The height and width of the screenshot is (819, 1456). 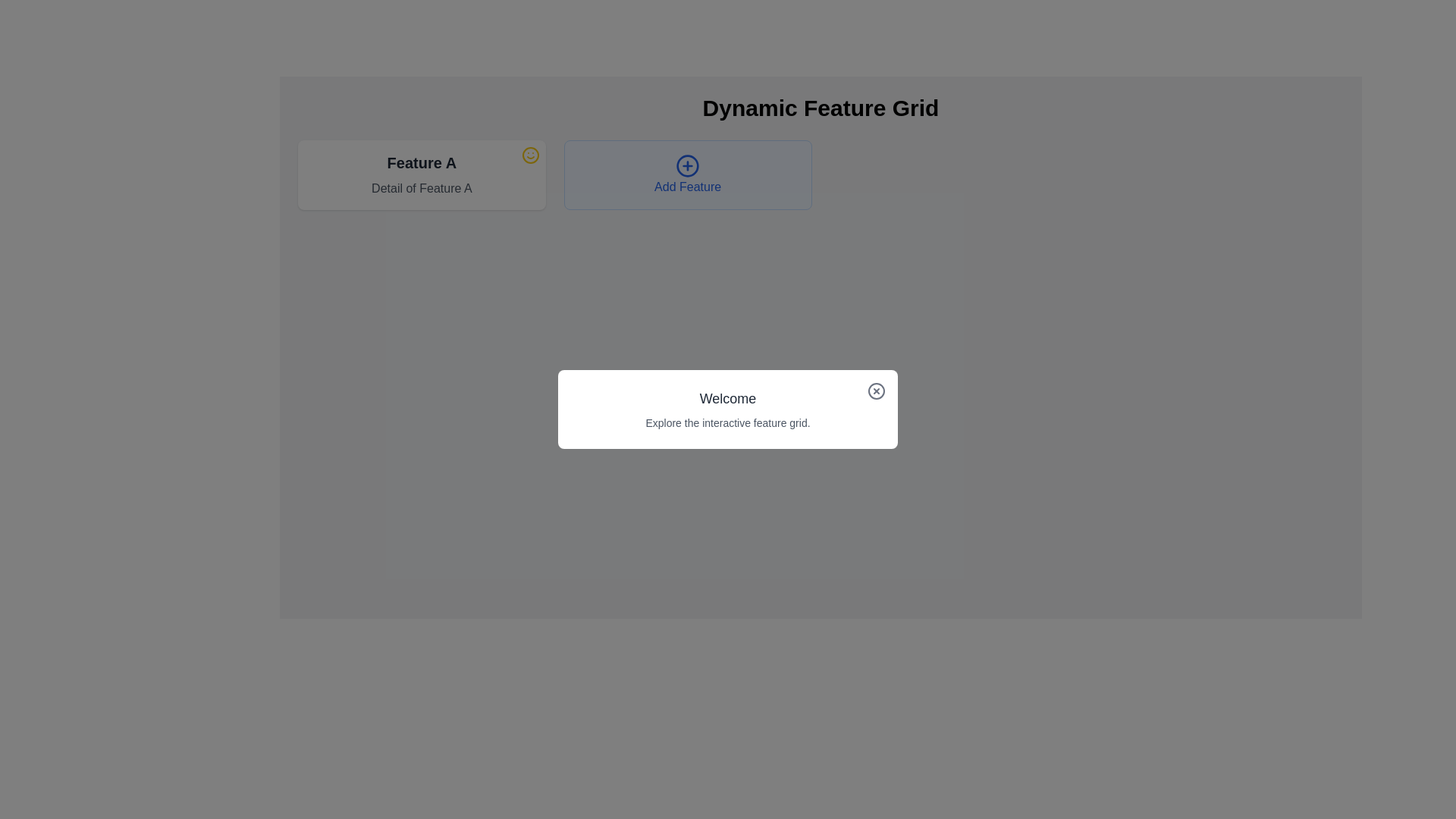 What do you see at coordinates (728, 423) in the screenshot?
I see `the textual element displaying 'Explore the interactive feature grid.' located directly below the 'Welcome' text within the modal box` at bounding box center [728, 423].